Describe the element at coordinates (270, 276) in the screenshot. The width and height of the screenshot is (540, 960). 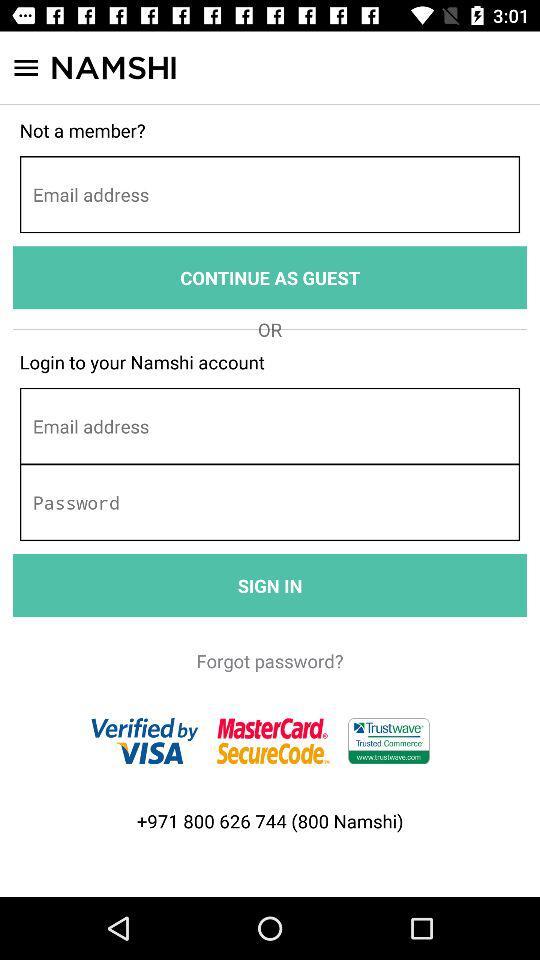
I see `the continue as guest` at that location.